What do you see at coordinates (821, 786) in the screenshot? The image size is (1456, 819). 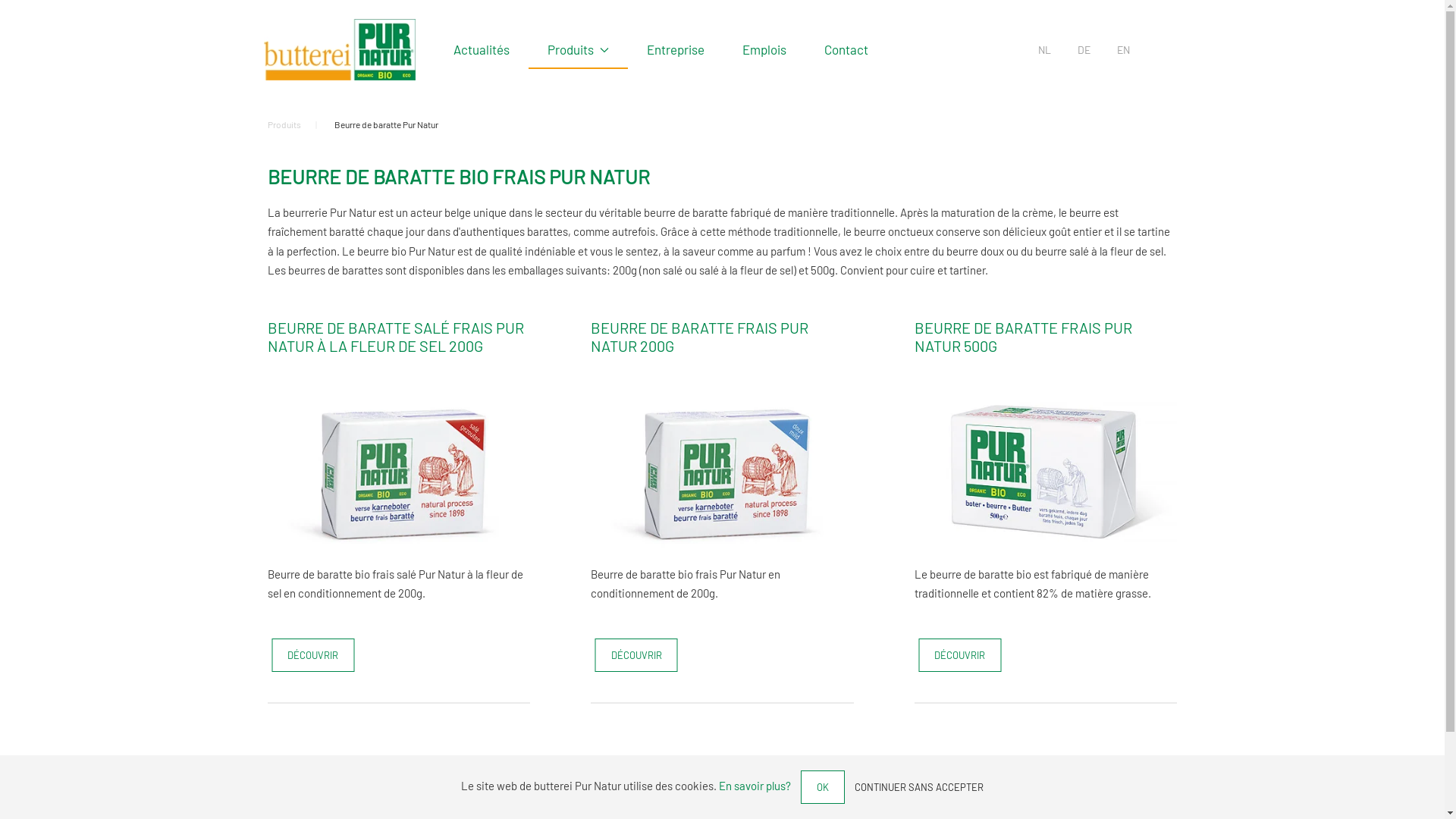 I see `'OK'` at bounding box center [821, 786].